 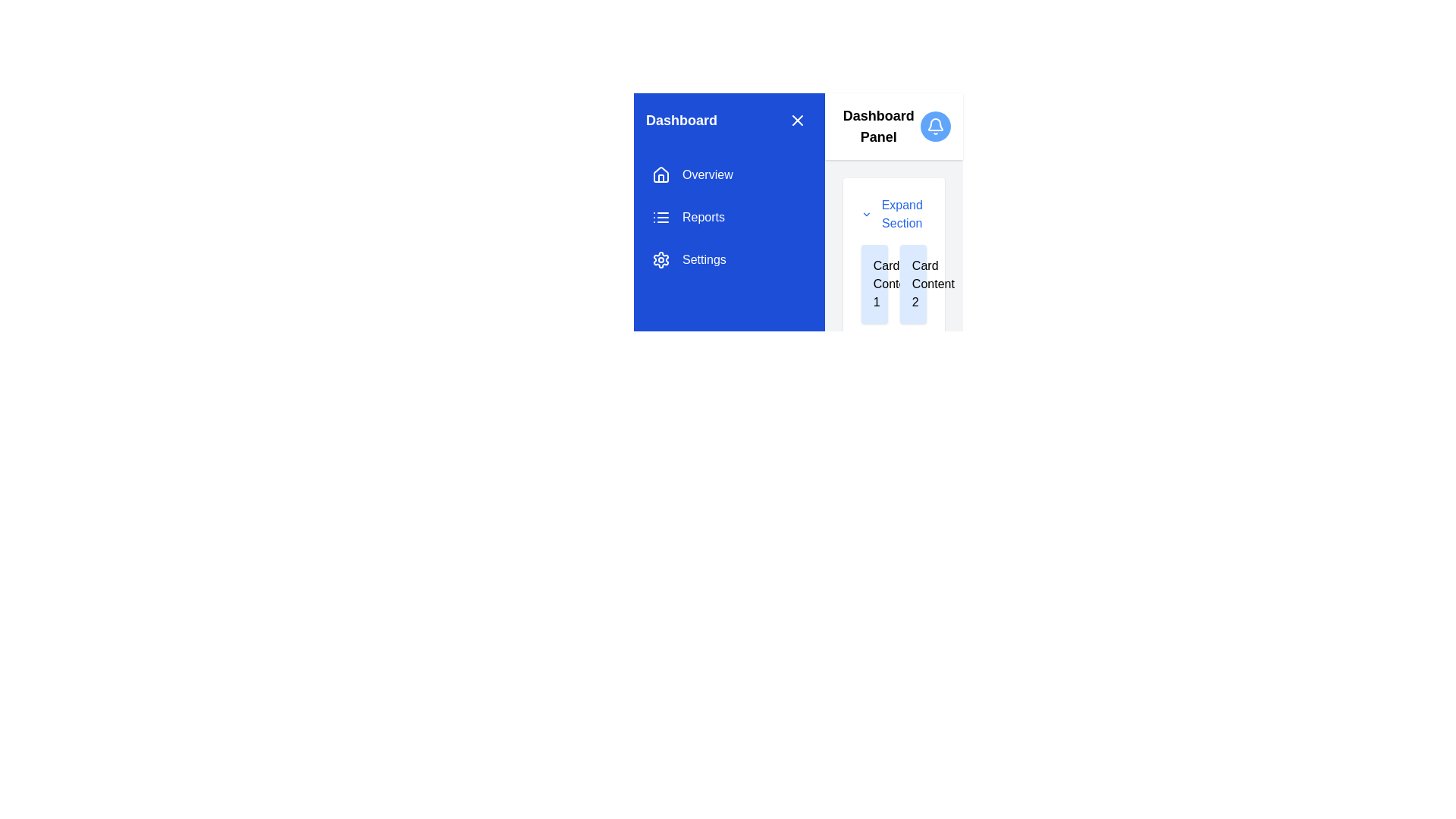 I want to click on the small downward-pointing chevron icon next to the text 'Expand Section', so click(x=866, y=214).